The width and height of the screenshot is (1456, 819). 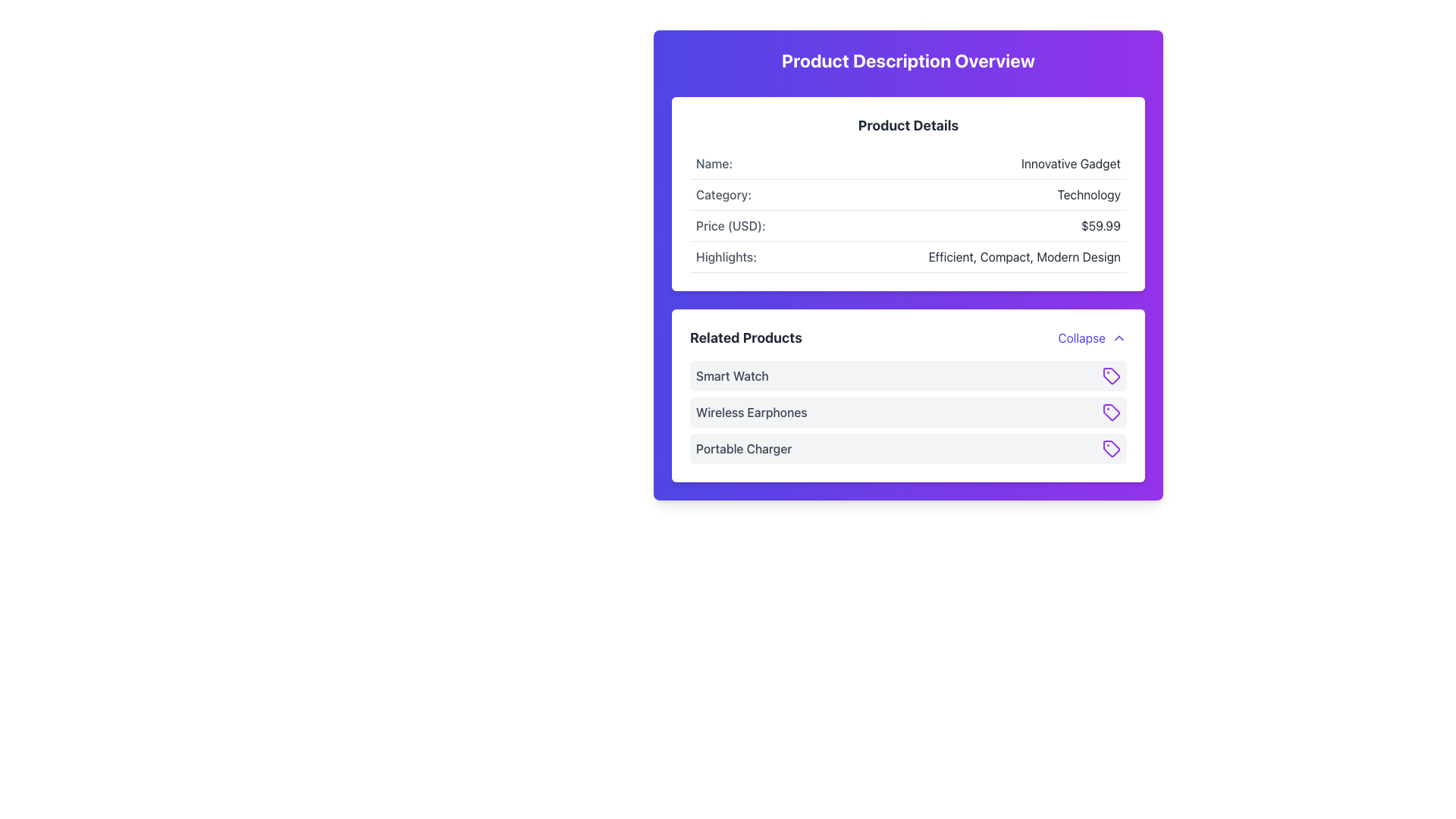 I want to click on the second row in the 'Product Details' section that displays the product's category, located between the 'Name: Innovative Gadget' and 'Price (USD): $59.99' rows, so click(x=908, y=194).